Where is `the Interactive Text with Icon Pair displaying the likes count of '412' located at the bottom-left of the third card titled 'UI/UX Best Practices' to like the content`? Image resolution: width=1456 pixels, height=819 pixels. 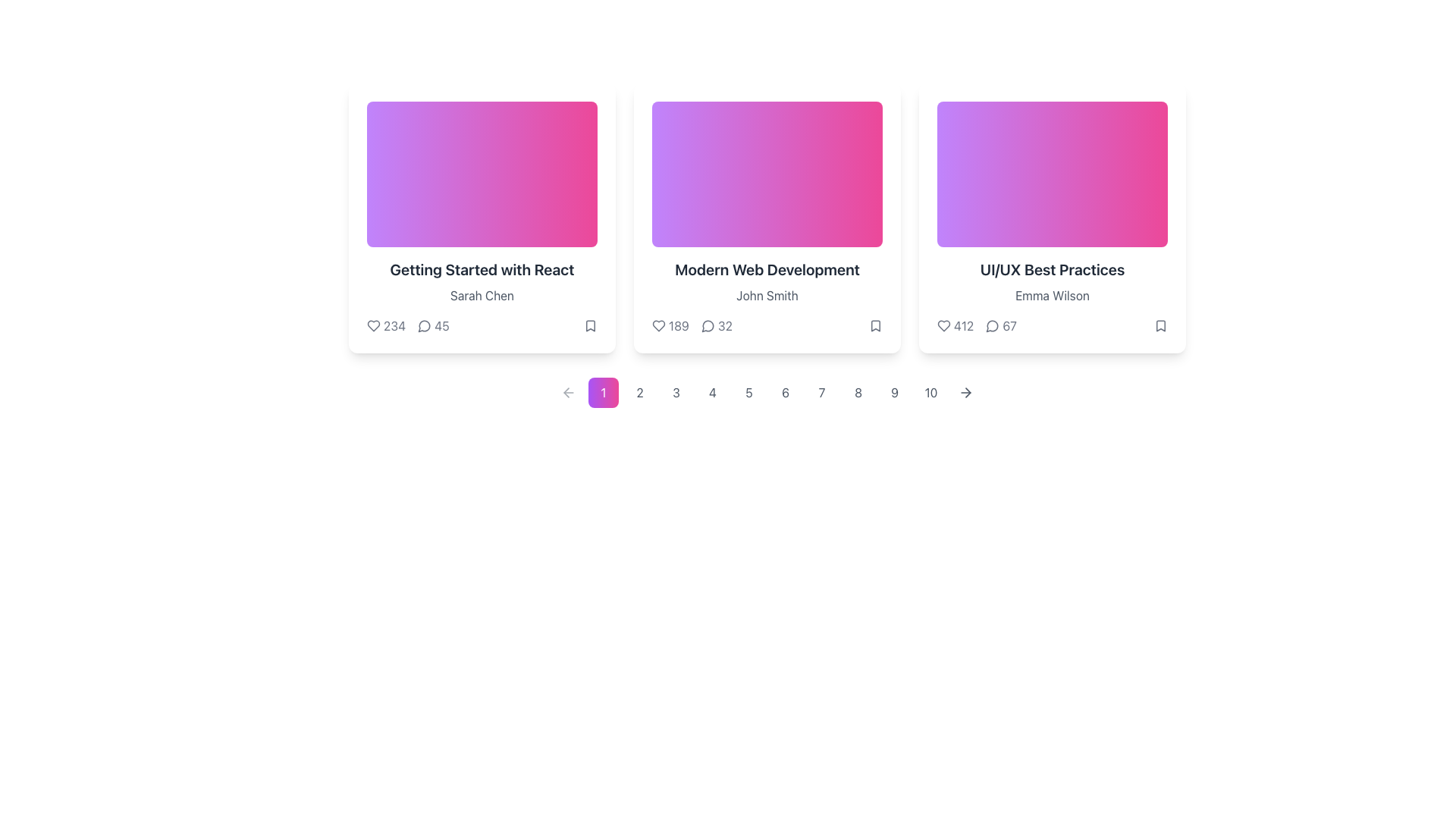
the Interactive Text with Icon Pair displaying the likes count of '412' located at the bottom-left of the third card titled 'UI/UX Best Practices' to like the content is located at coordinates (954, 325).